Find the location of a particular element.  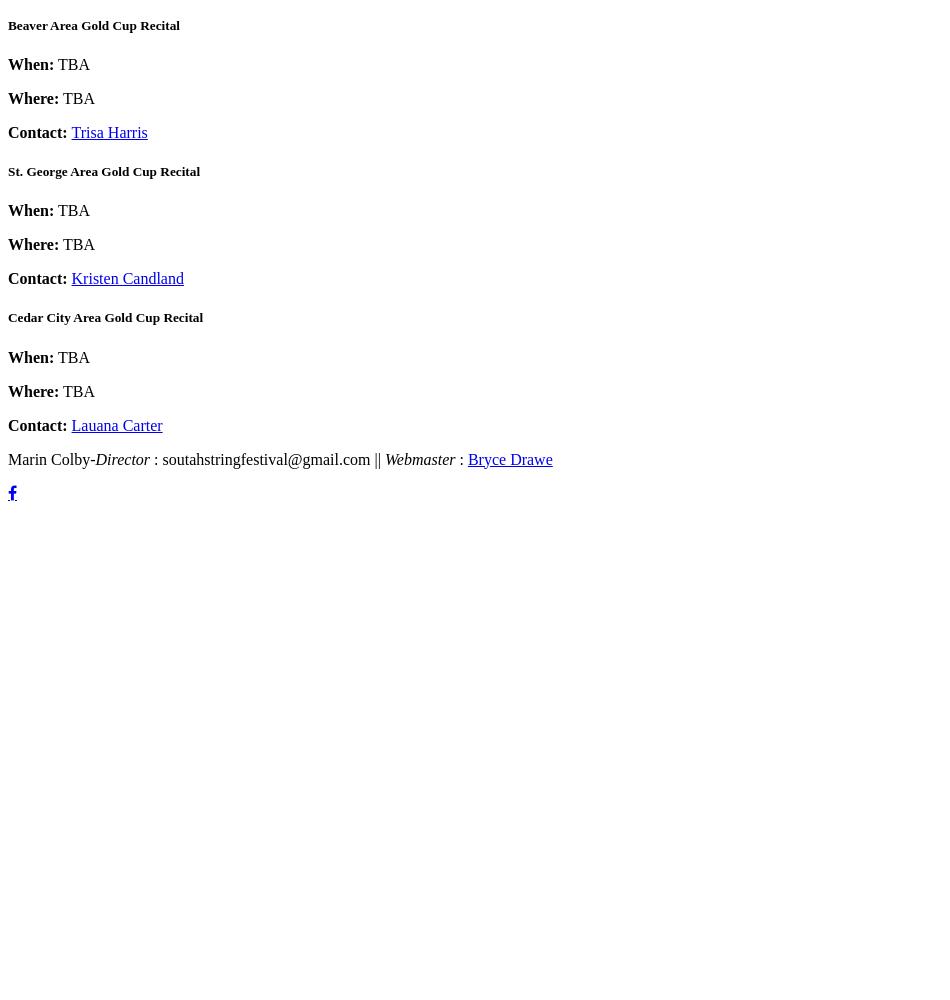

':' is located at coordinates (462, 457).